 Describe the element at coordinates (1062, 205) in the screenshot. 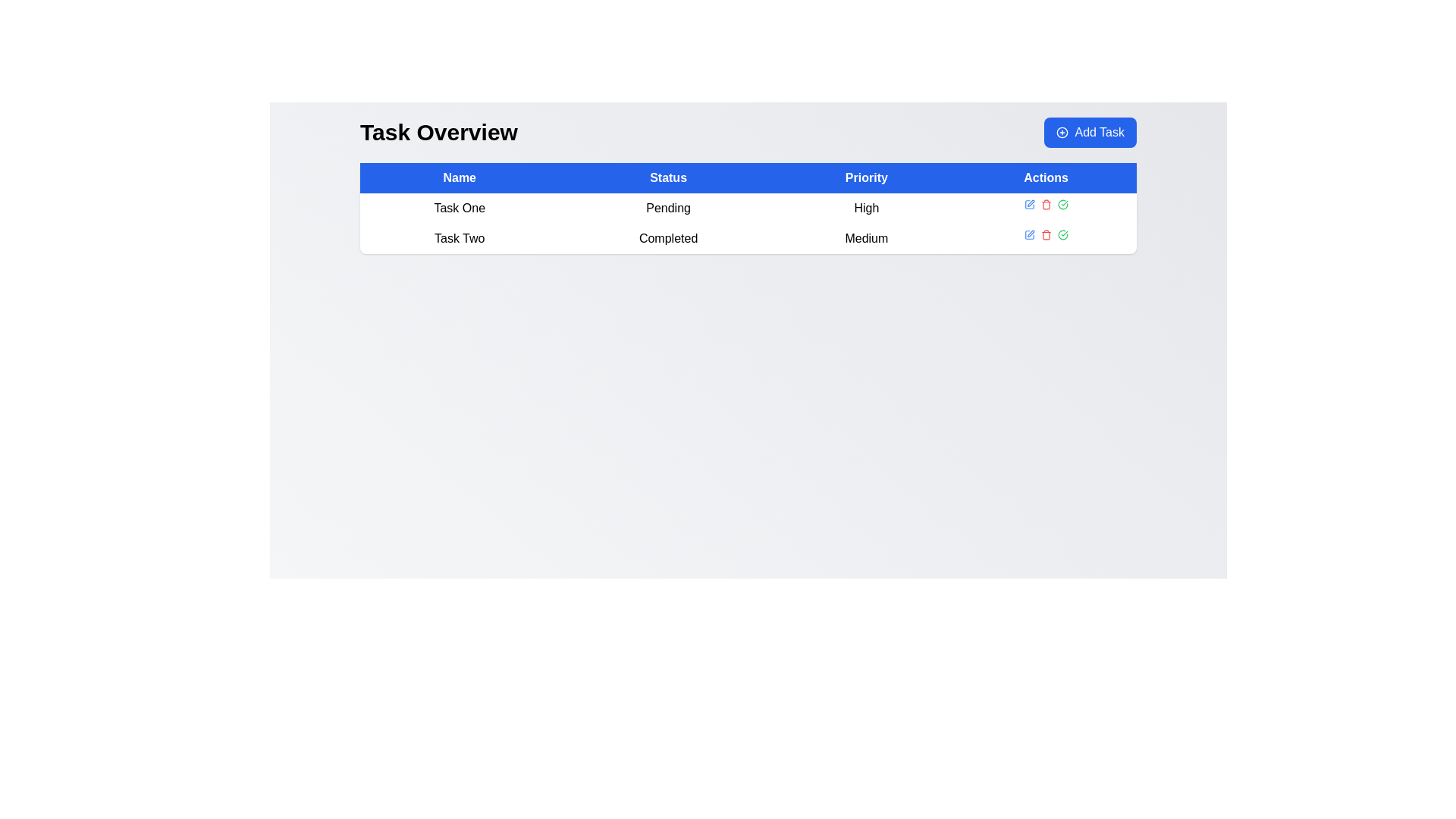

I see `the confirmation icon button located at the rightmost position in the 'Actions' column of the 'Task Two' row` at that location.